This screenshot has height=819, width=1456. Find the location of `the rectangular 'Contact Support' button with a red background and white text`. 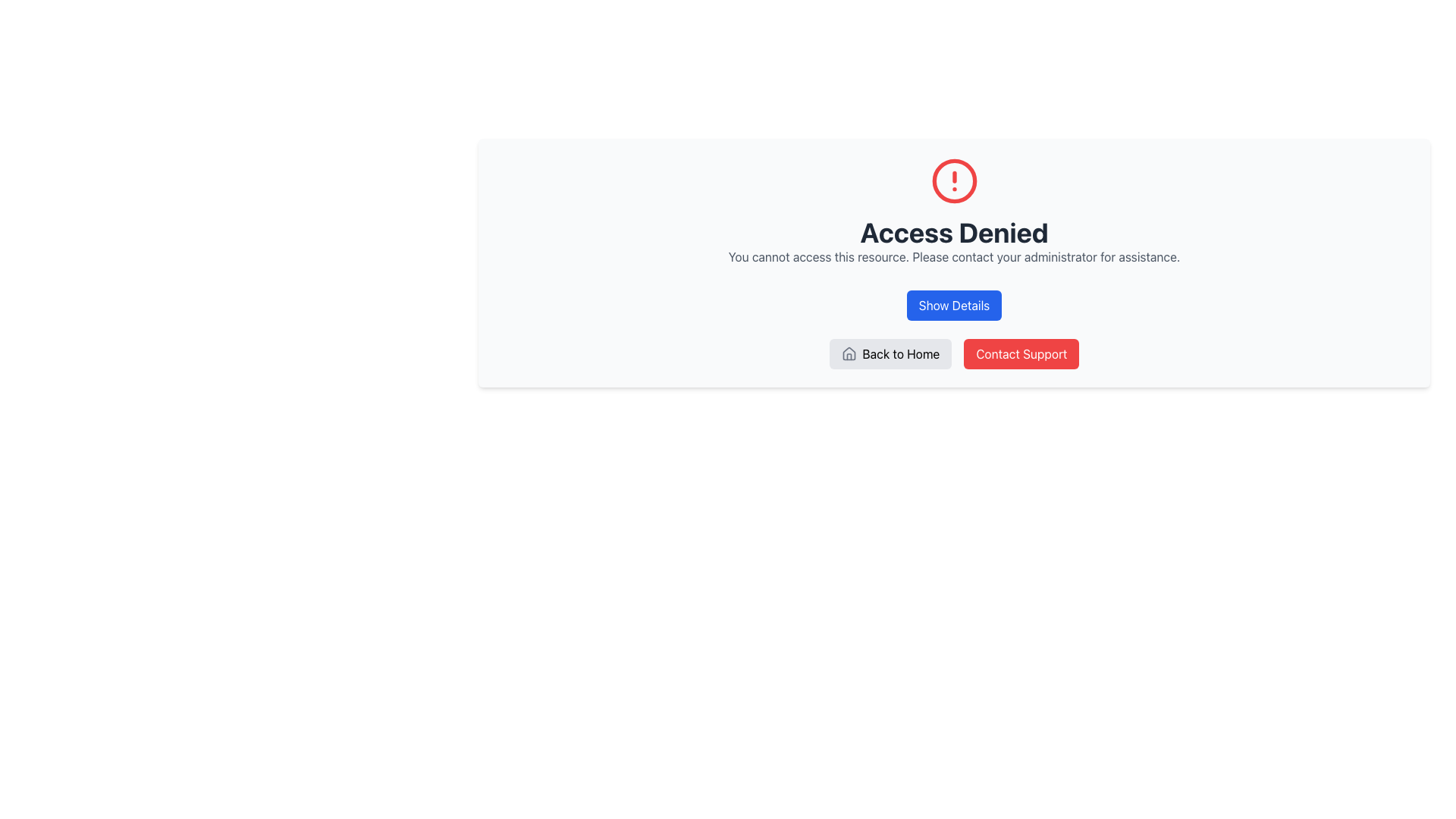

the rectangular 'Contact Support' button with a red background and white text is located at coordinates (1021, 353).